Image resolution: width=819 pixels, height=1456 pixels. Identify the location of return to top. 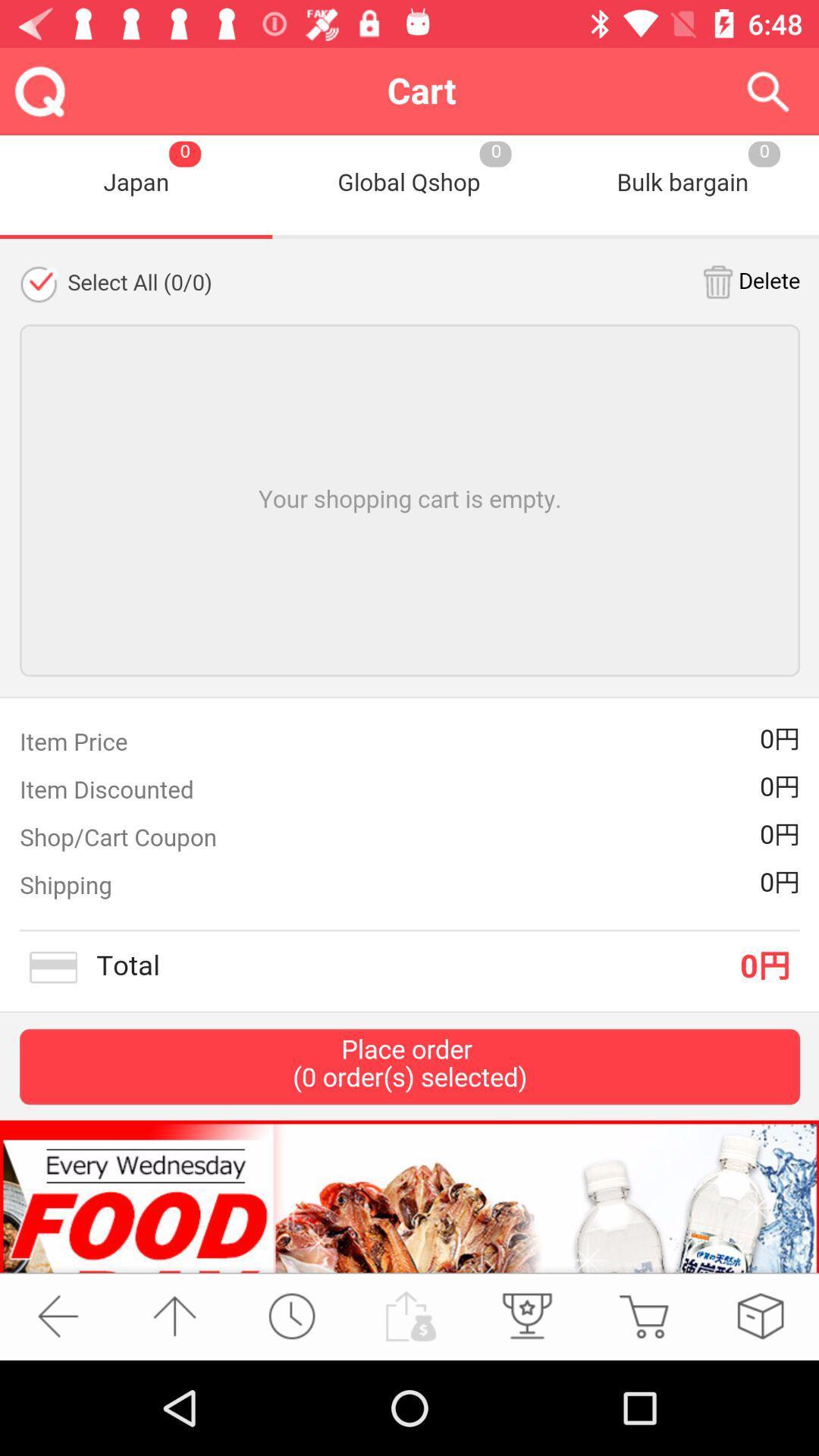
(174, 1315).